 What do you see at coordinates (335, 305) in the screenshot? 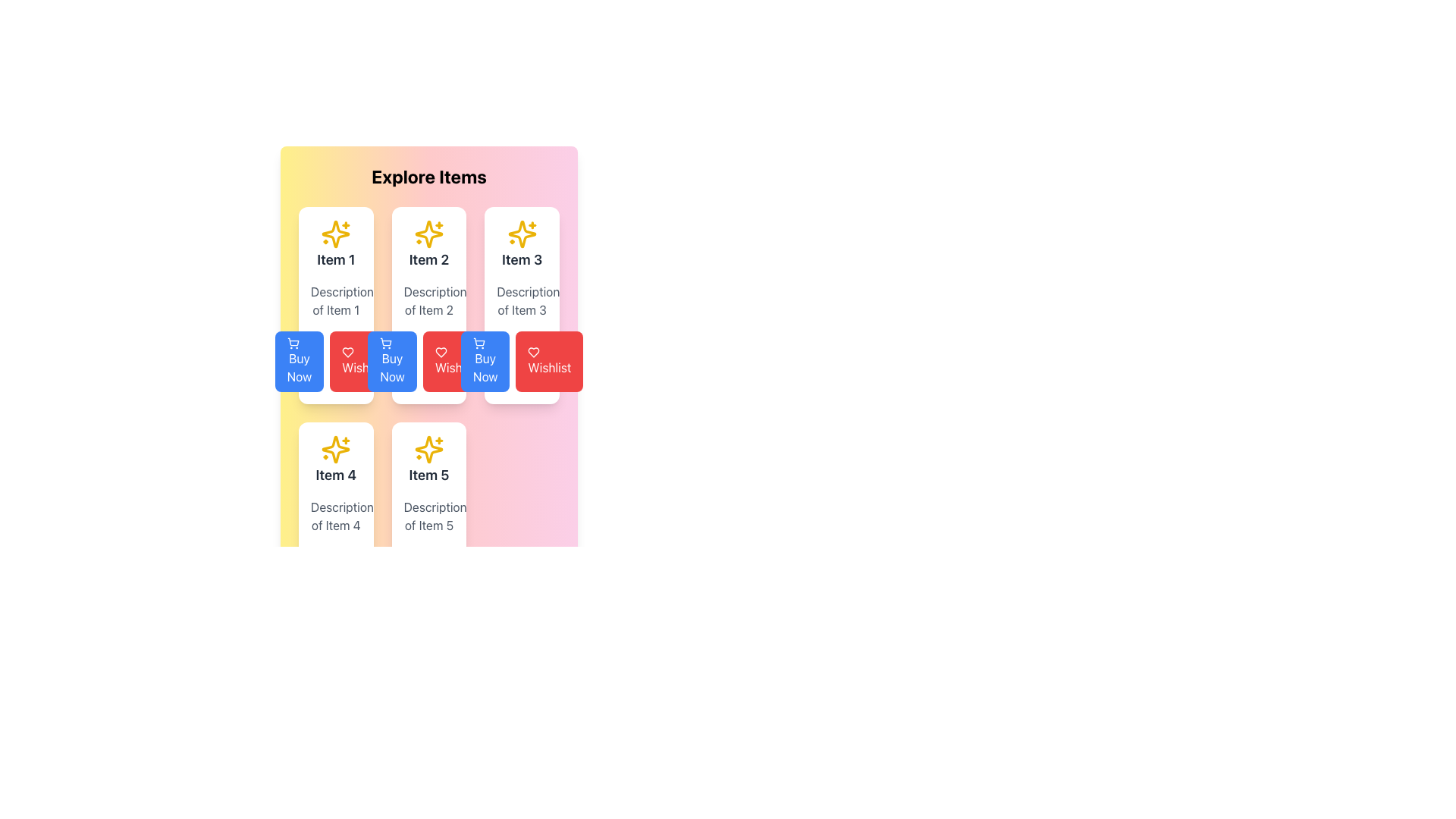
I see `the first item card in the catalog grid` at bounding box center [335, 305].